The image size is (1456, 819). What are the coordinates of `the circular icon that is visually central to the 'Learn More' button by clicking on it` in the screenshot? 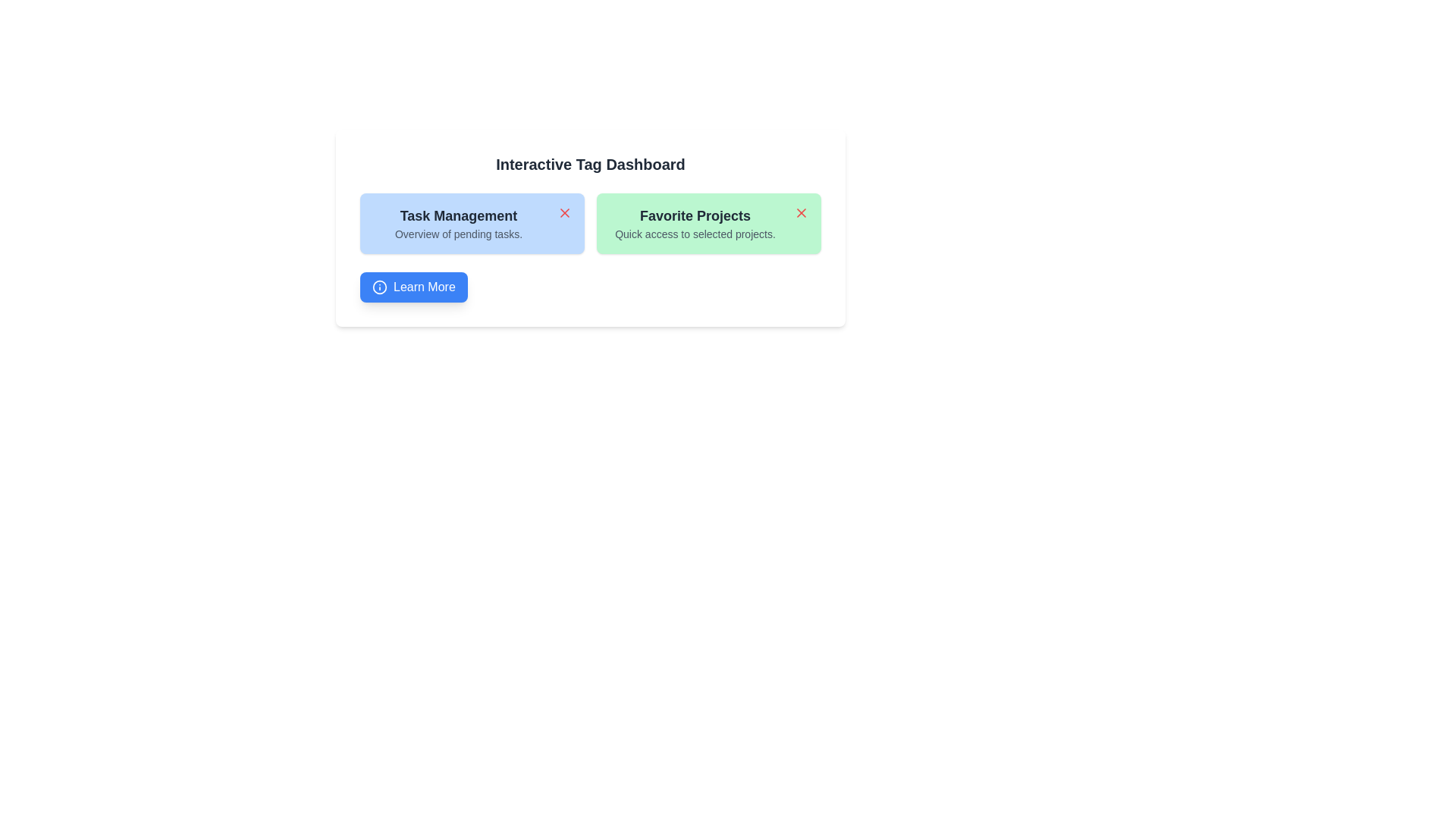 It's located at (379, 287).